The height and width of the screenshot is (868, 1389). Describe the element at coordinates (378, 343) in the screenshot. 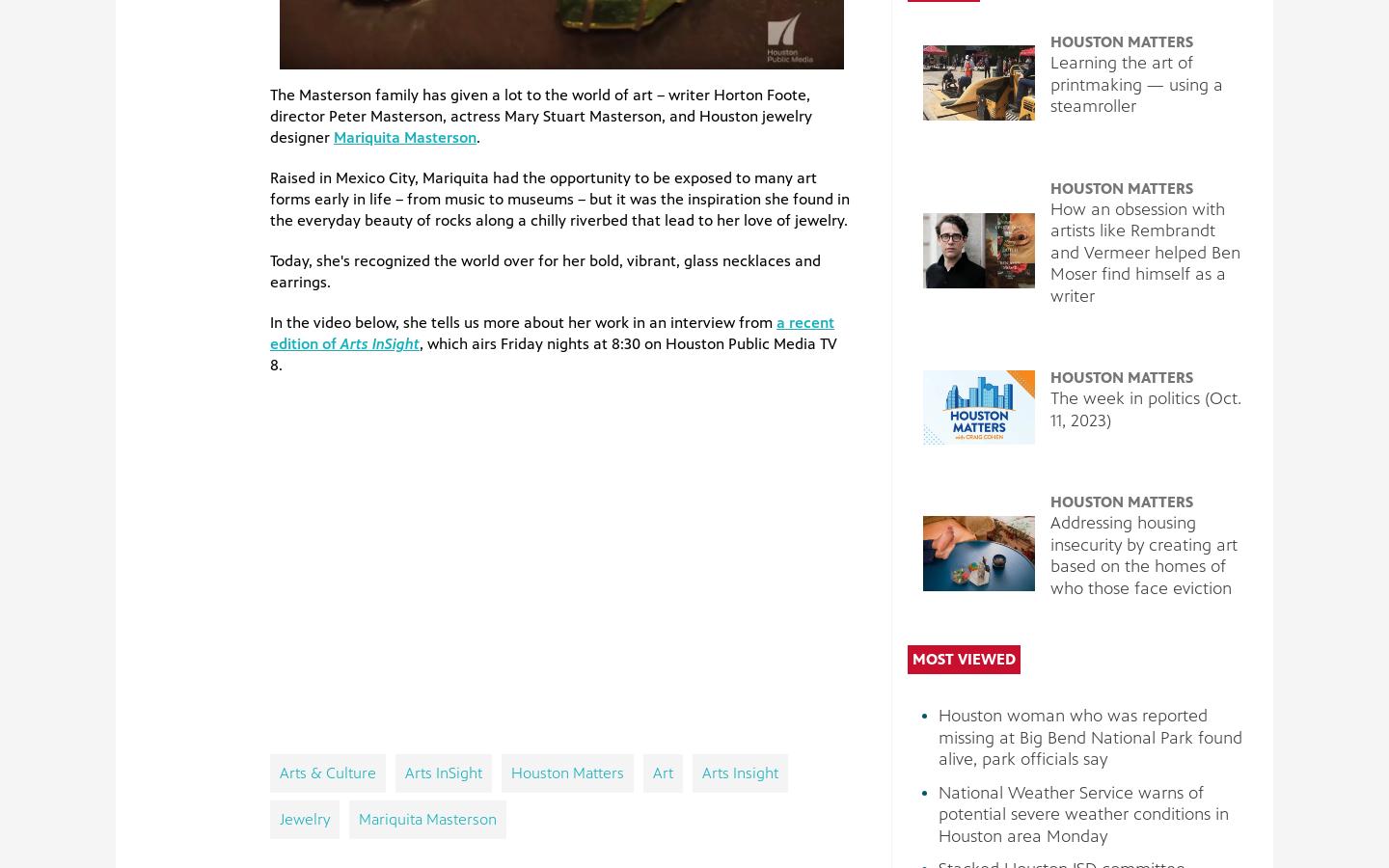

I see `'Arts InSight'` at that location.